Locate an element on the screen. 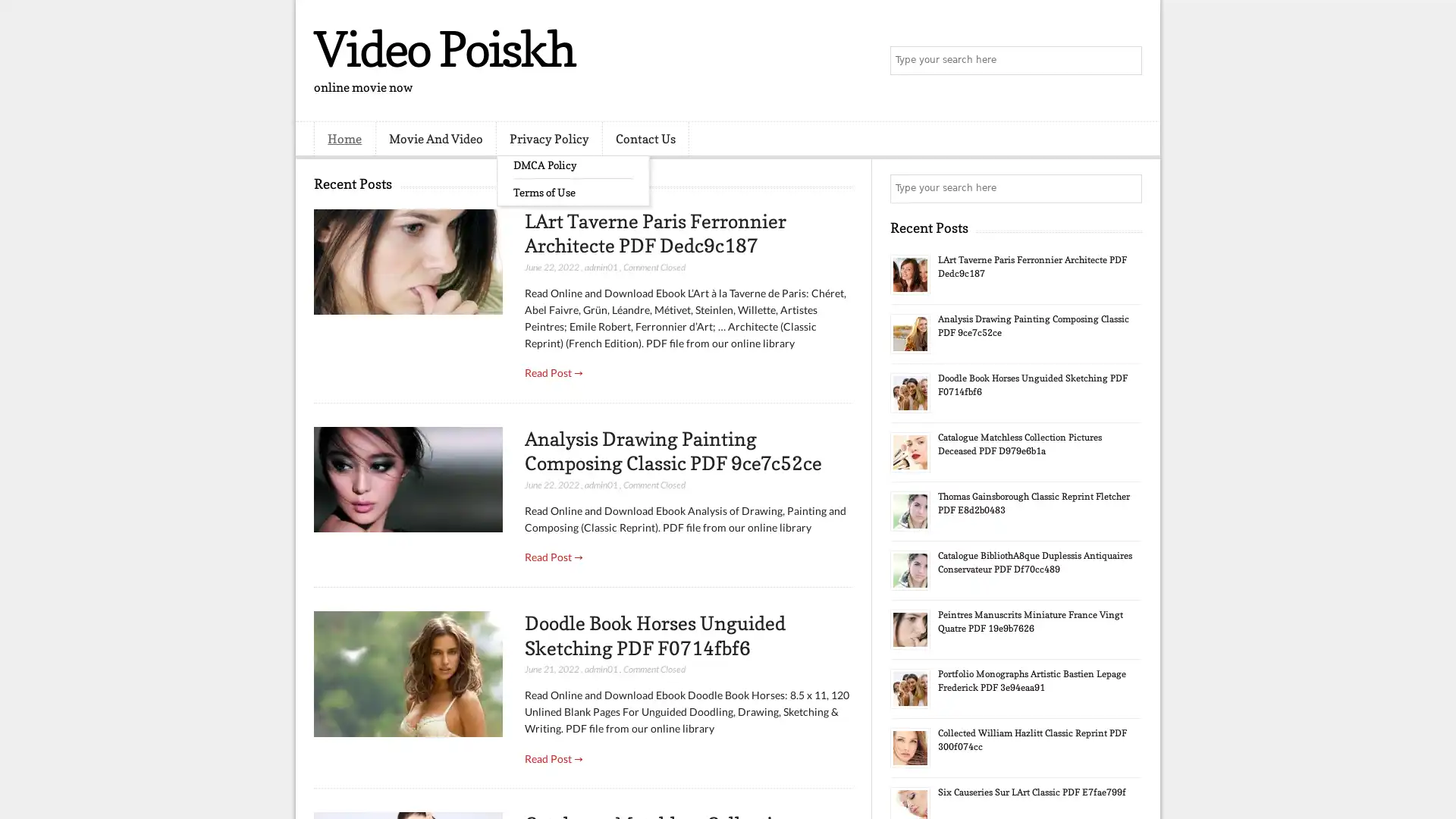 This screenshot has height=819, width=1456. Search is located at coordinates (1126, 188).